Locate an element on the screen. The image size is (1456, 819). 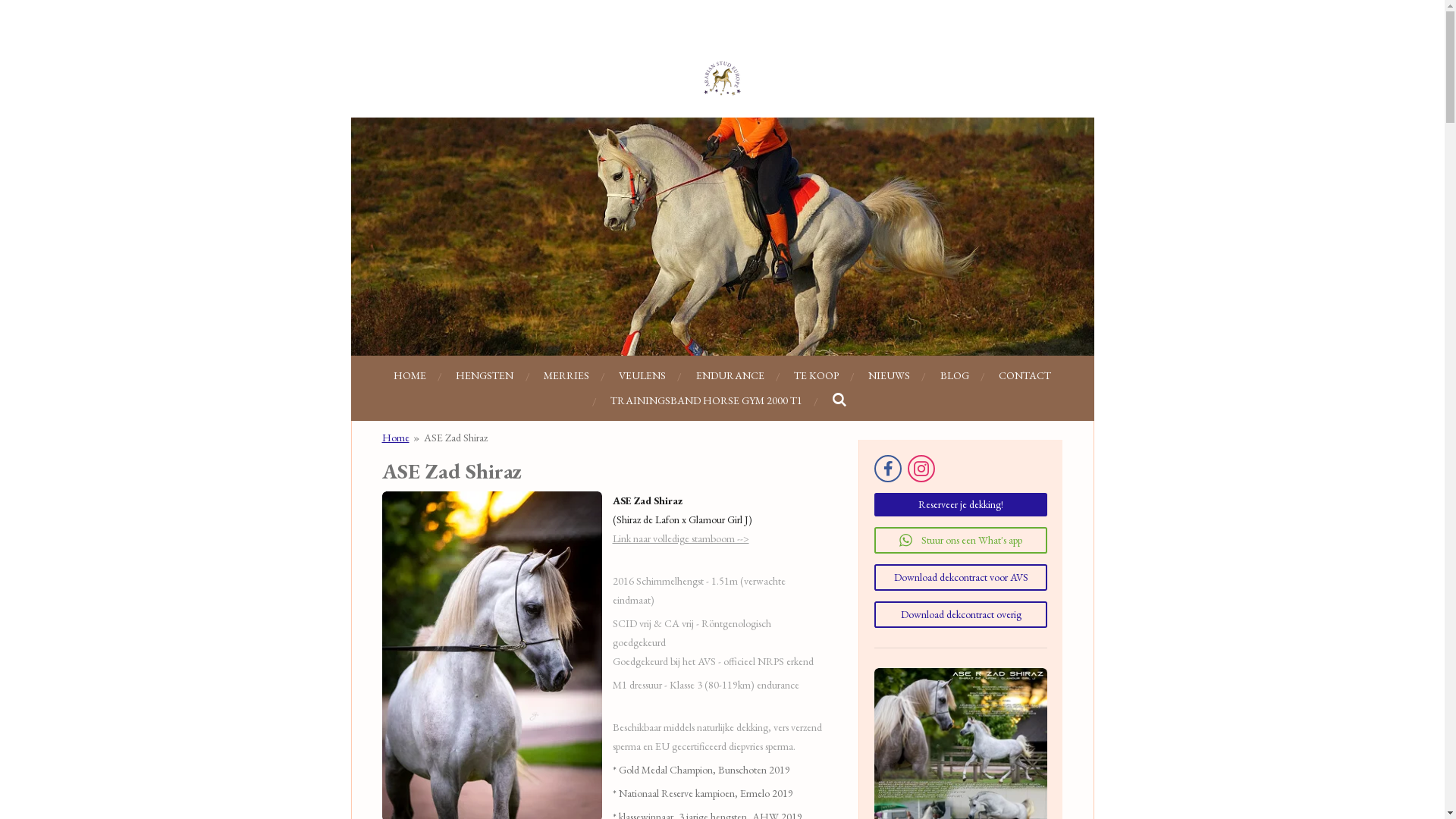
'ENDURANCE' is located at coordinates (729, 375).